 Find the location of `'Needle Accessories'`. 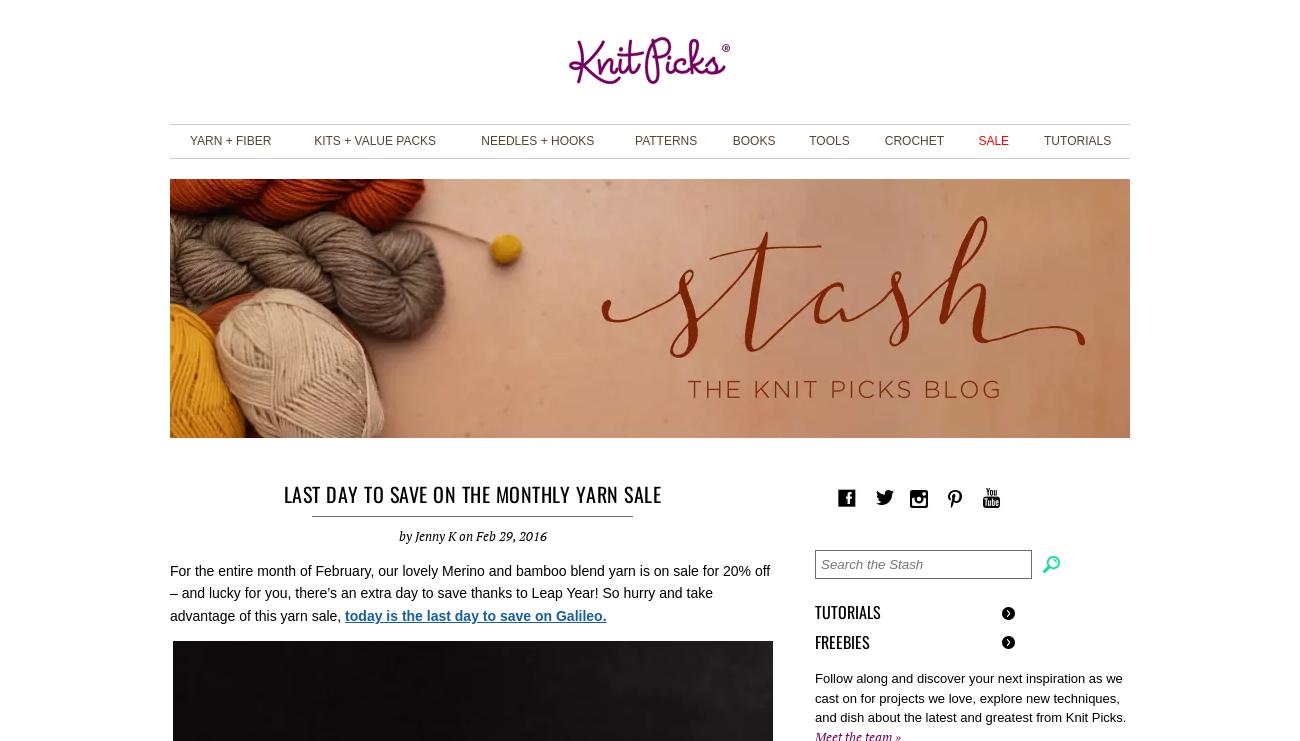

'Needle Accessories' is located at coordinates (865, 253).